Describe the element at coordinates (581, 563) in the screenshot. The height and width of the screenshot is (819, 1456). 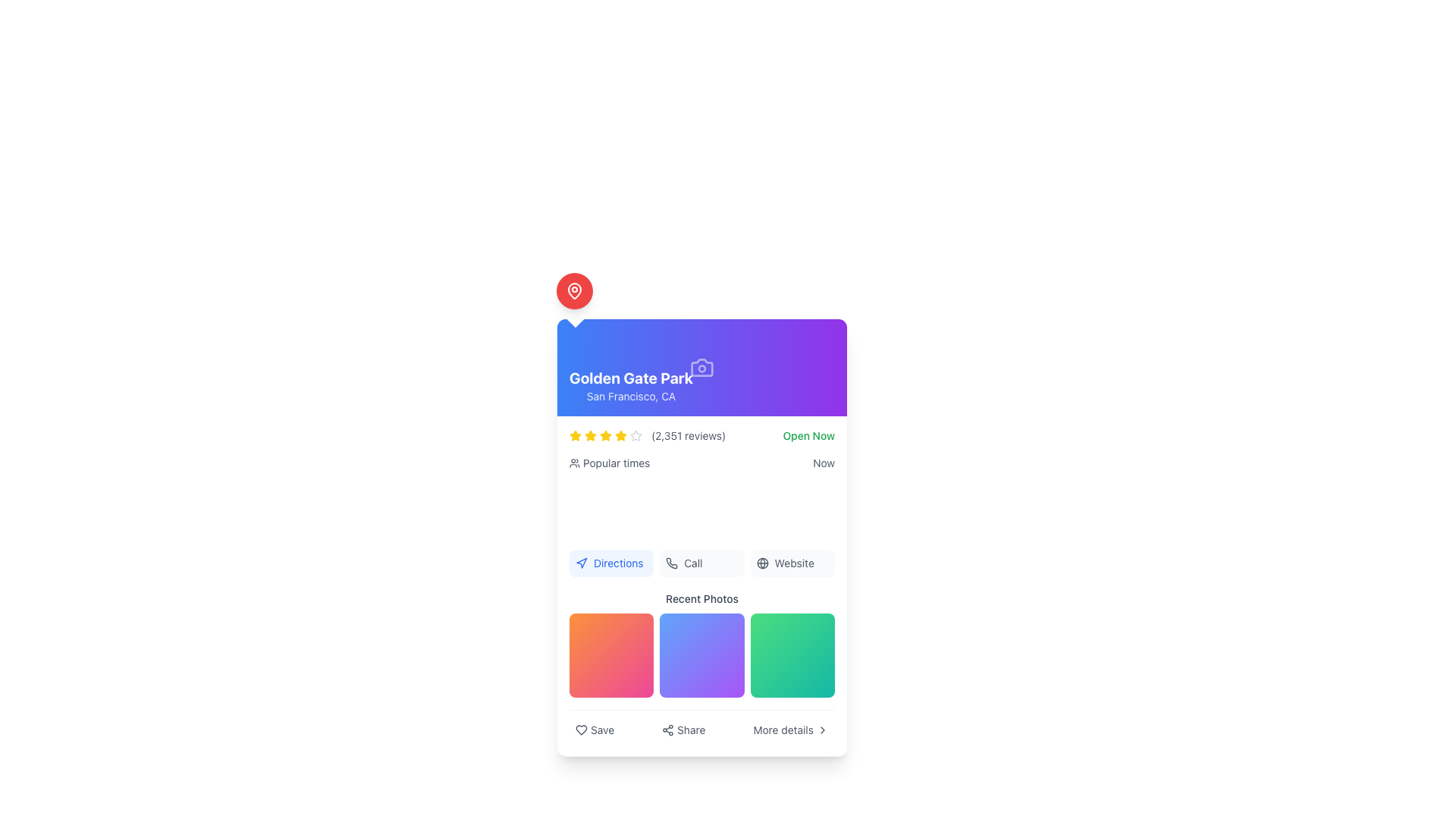
I see `the navigation icon within the 'Directions' button, which is located to the left of the text label inside the button` at that location.